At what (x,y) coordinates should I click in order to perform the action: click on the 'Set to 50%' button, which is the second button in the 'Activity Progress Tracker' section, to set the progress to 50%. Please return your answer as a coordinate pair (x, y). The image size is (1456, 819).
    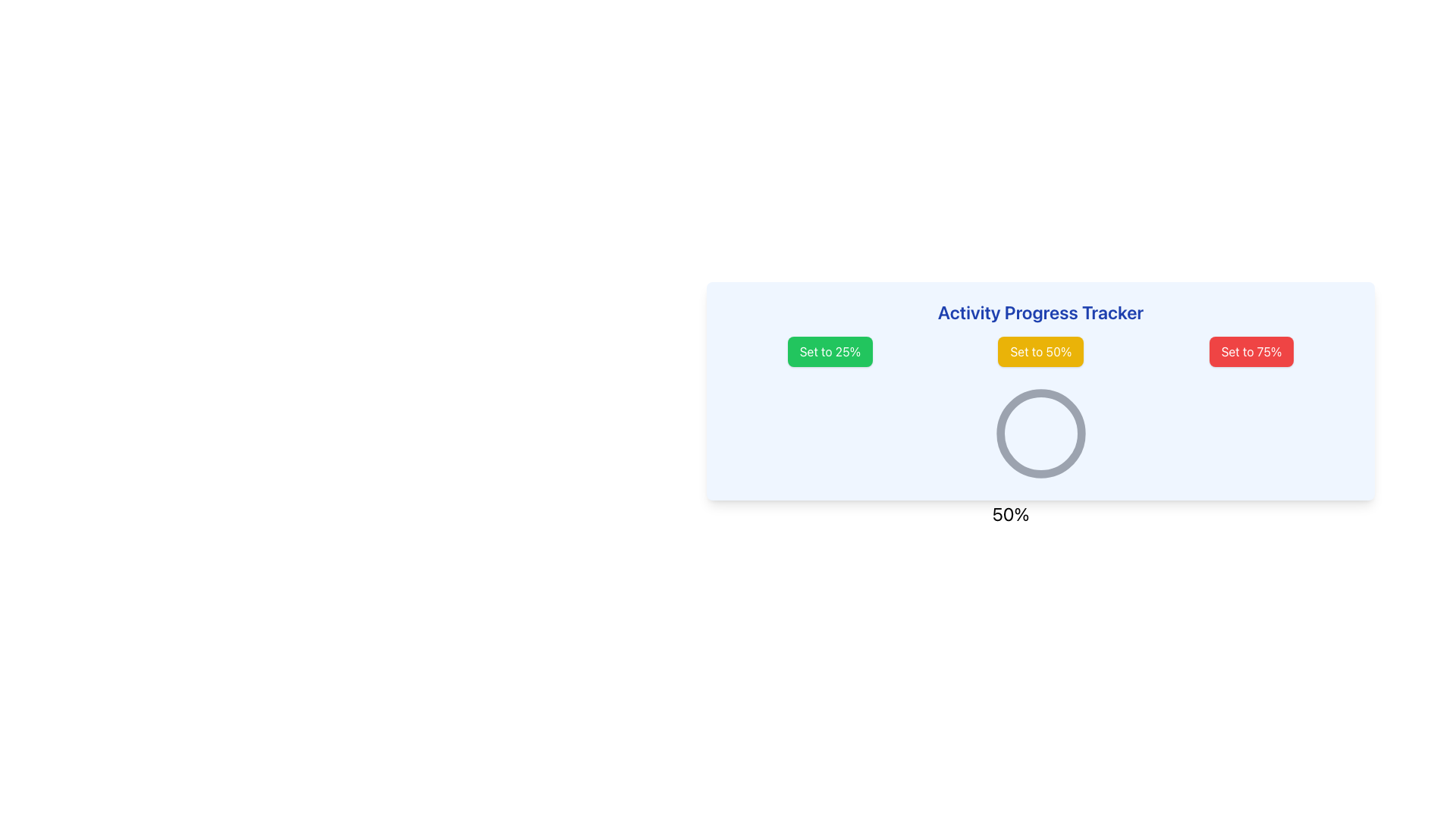
    Looking at the image, I should click on (1040, 351).